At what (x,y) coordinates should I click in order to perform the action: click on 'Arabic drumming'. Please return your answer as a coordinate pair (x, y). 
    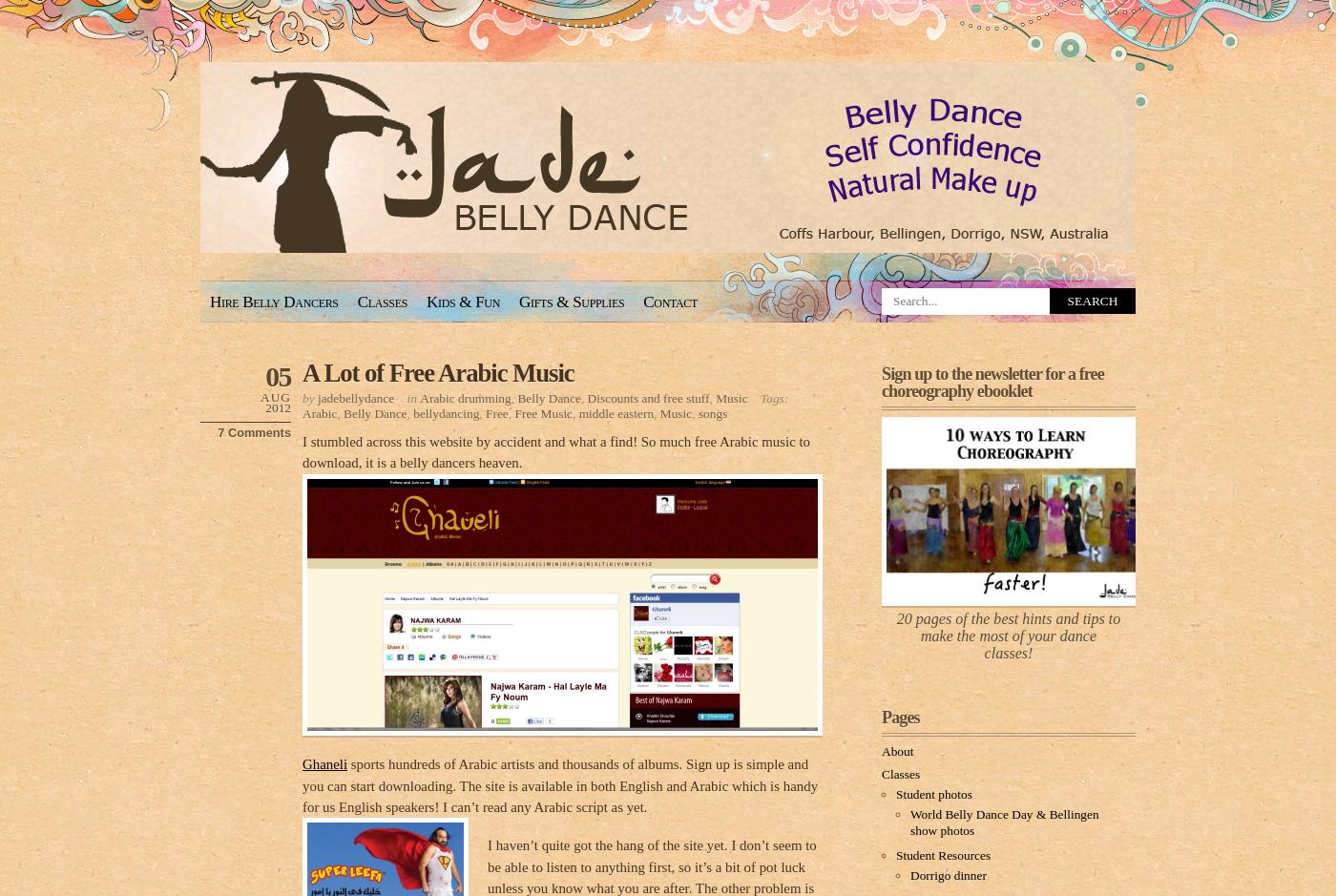
    Looking at the image, I should click on (465, 396).